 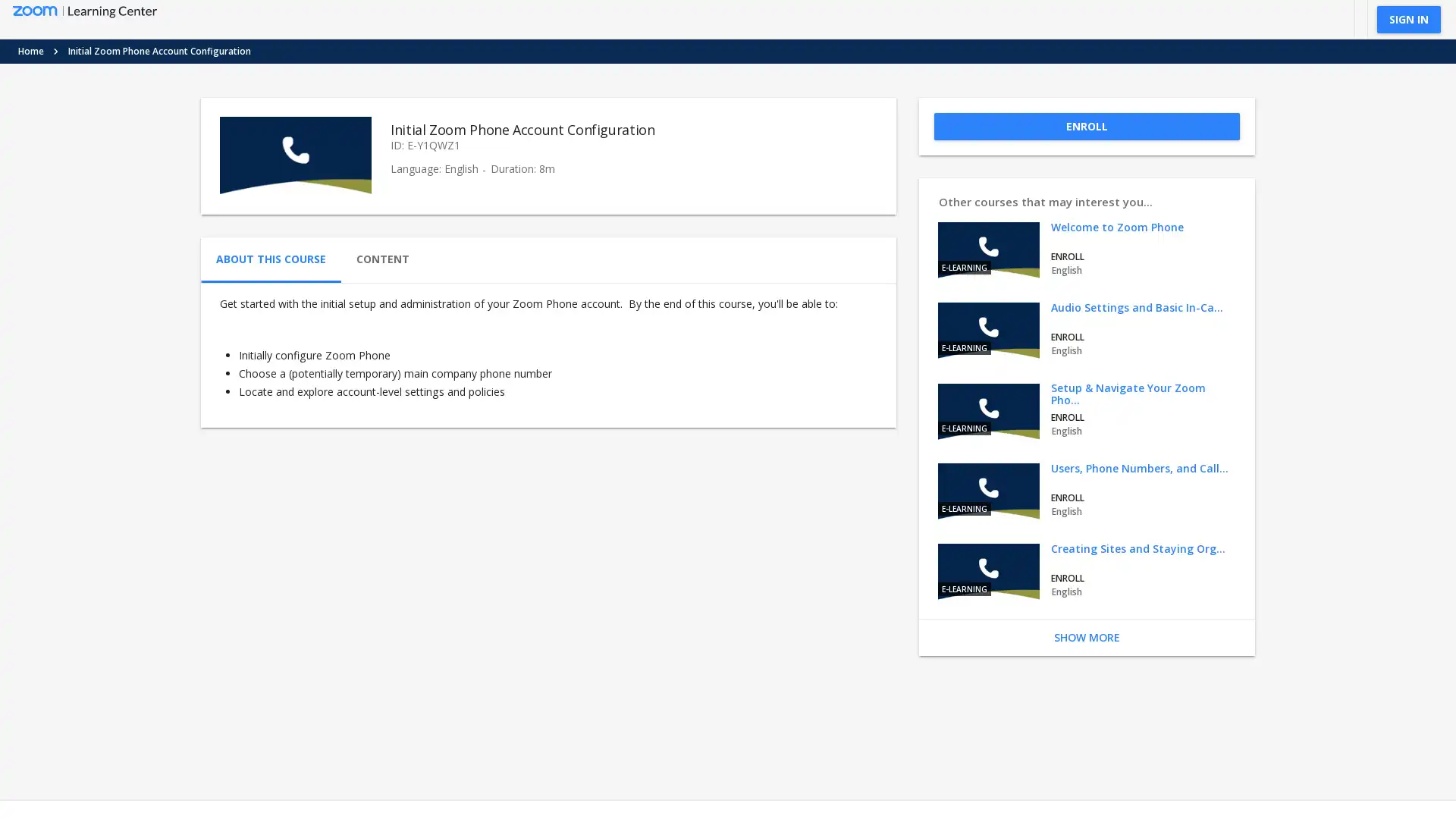 What do you see at coordinates (504, 748) in the screenshot?
I see `Cookies Settings` at bounding box center [504, 748].